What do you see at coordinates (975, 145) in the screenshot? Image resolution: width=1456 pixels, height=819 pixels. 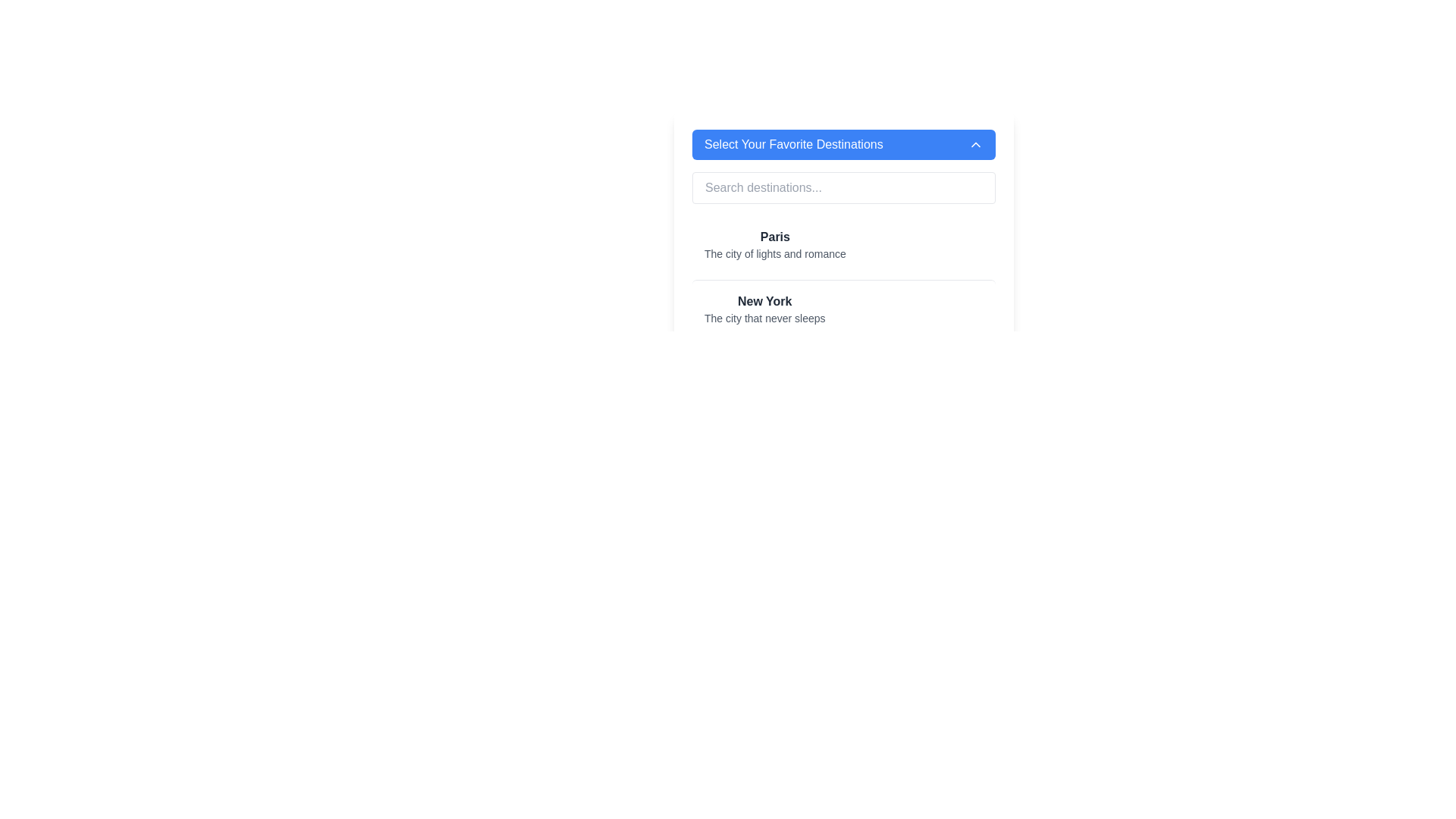 I see `the toggle icon located on the far right side of the blue bar header, adjacent to the text 'Select Your Favorite Destinations'` at bounding box center [975, 145].